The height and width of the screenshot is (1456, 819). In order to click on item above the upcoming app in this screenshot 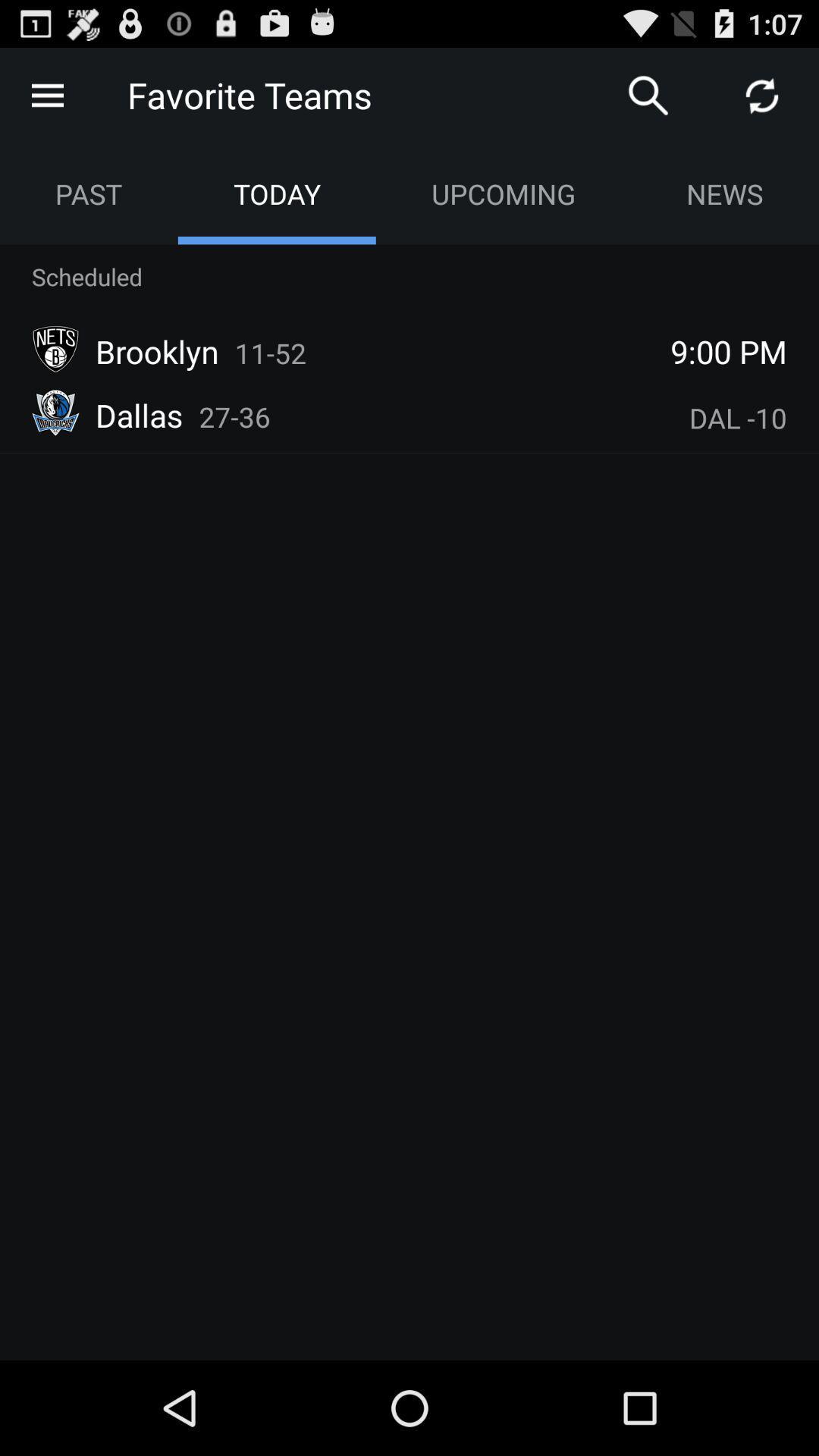, I will do `click(648, 94)`.